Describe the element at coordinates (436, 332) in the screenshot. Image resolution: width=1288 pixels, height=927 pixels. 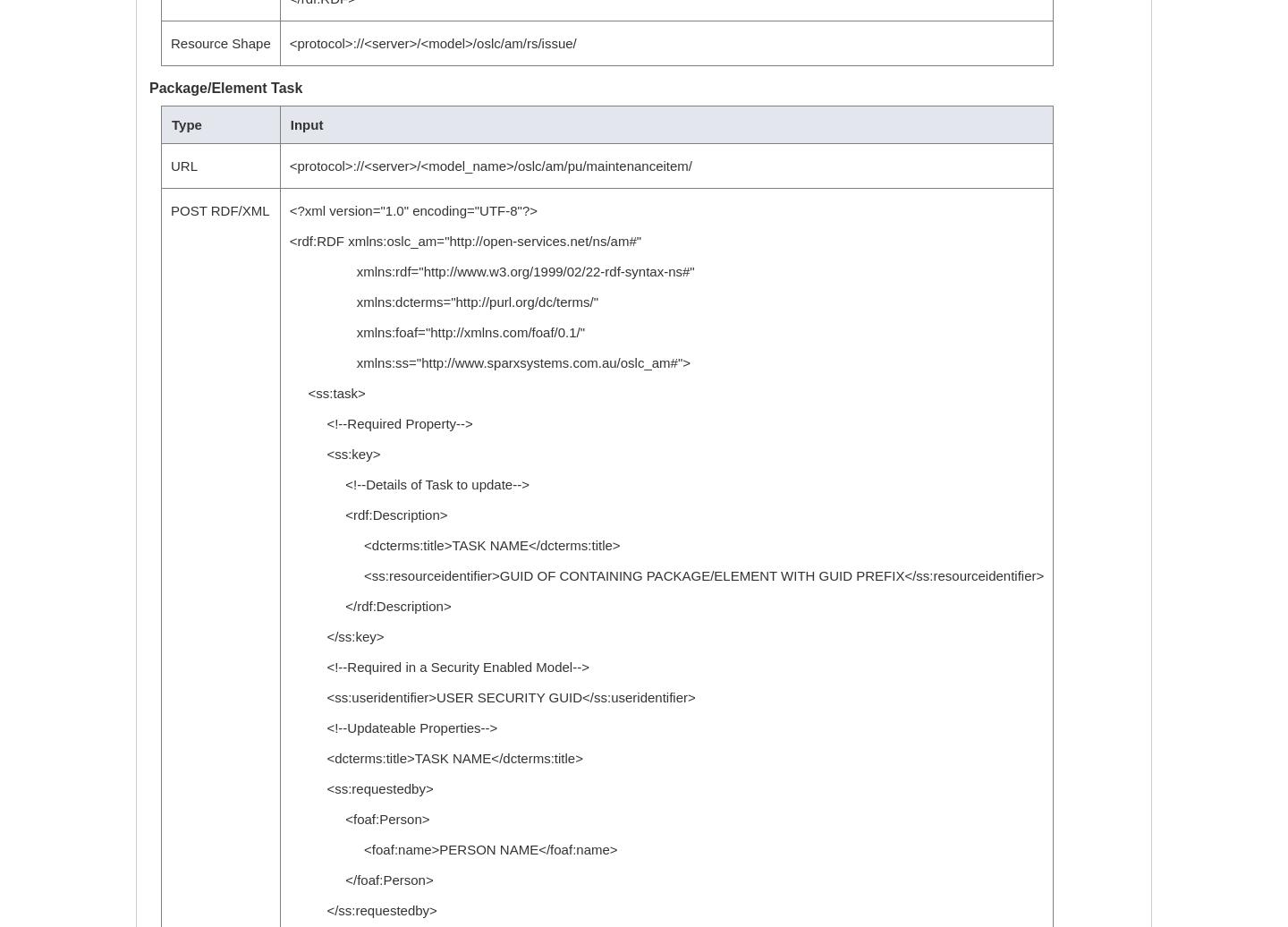
I see `'xmlns:foaf="http://xmlns.com/foaf/0.1/"'` at that location.